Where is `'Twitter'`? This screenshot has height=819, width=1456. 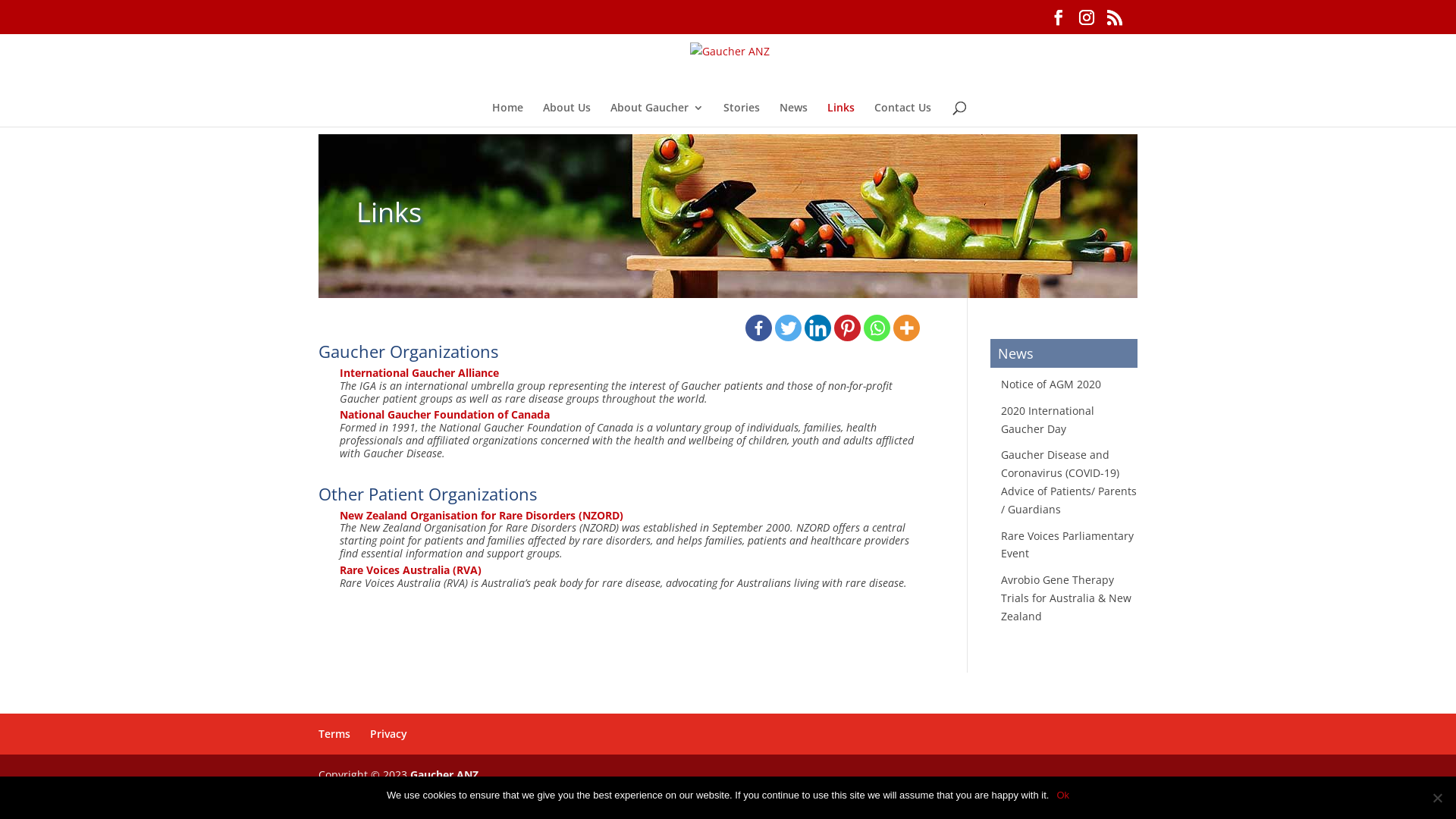 'Twitter' is located at coordinates (788, 327).